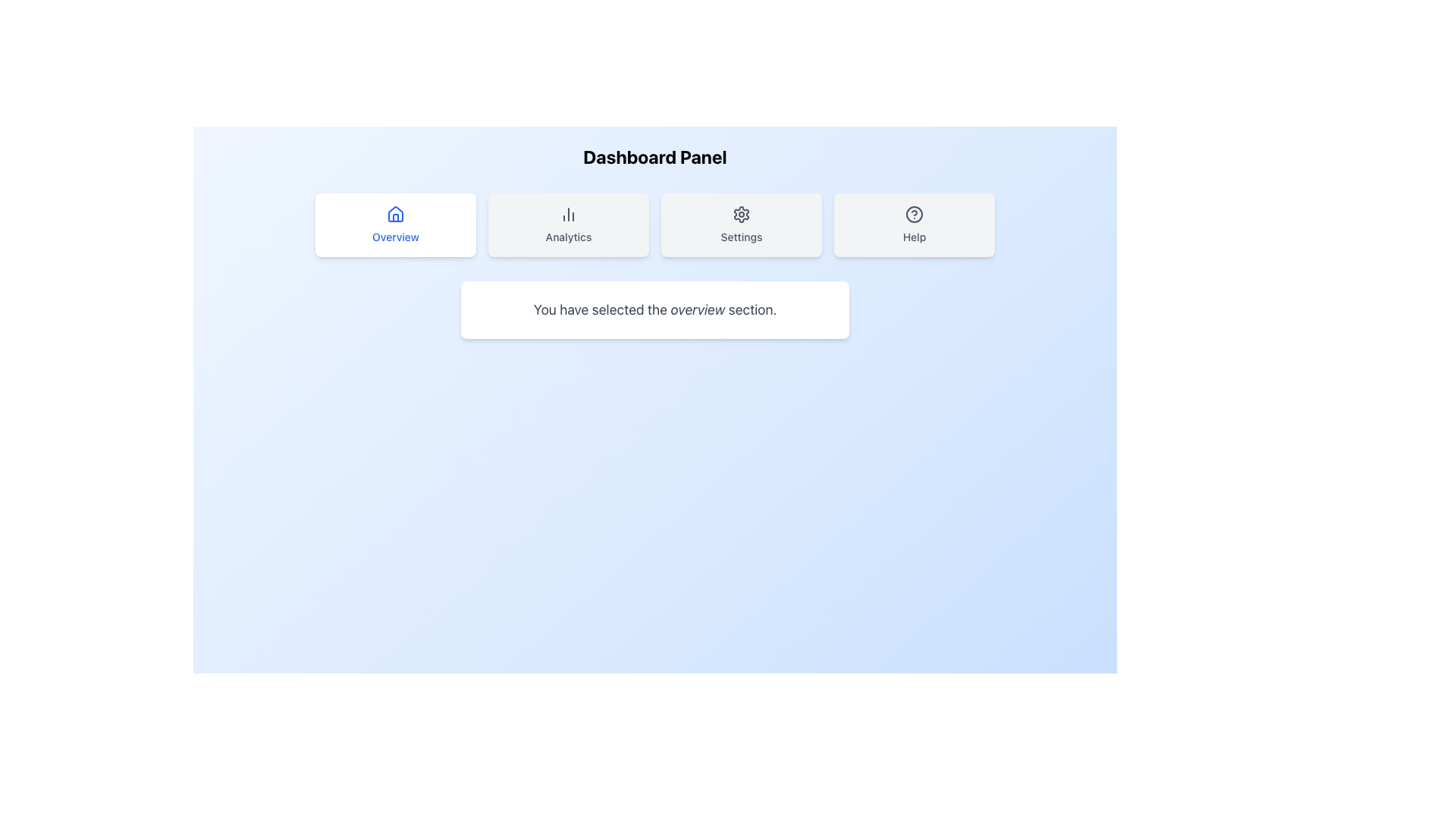  I want to click on the 'Overview' button located in the upper-left segment of the grid layout to trigger the hover effect, so click(396, 225).